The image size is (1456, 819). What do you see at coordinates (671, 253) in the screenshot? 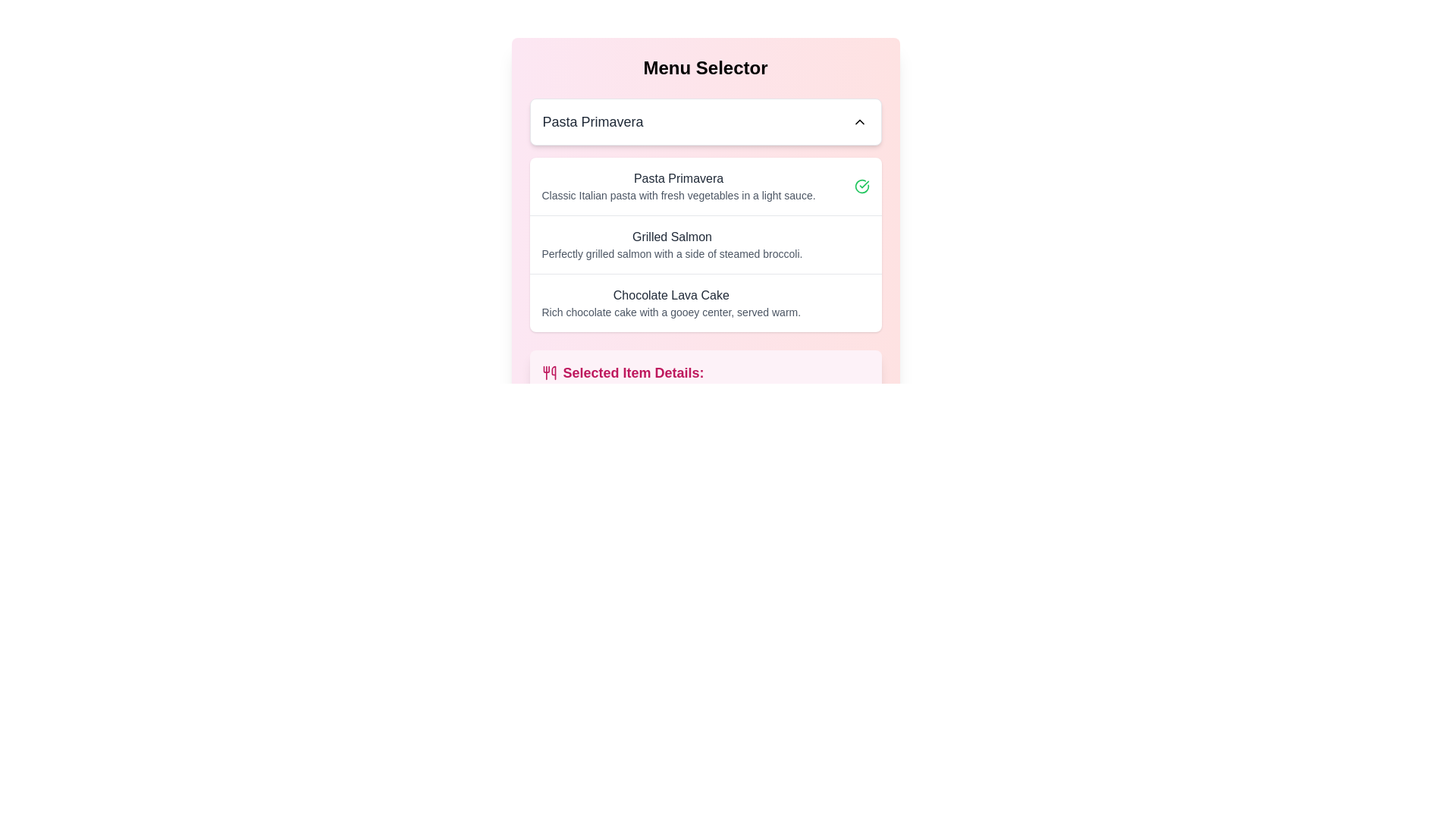
I see `the descriptive text providing information about the Grilled Salmon menu option, located directly below the heading text 'Grilled Salmon.'` at bounding box center [671, 253].